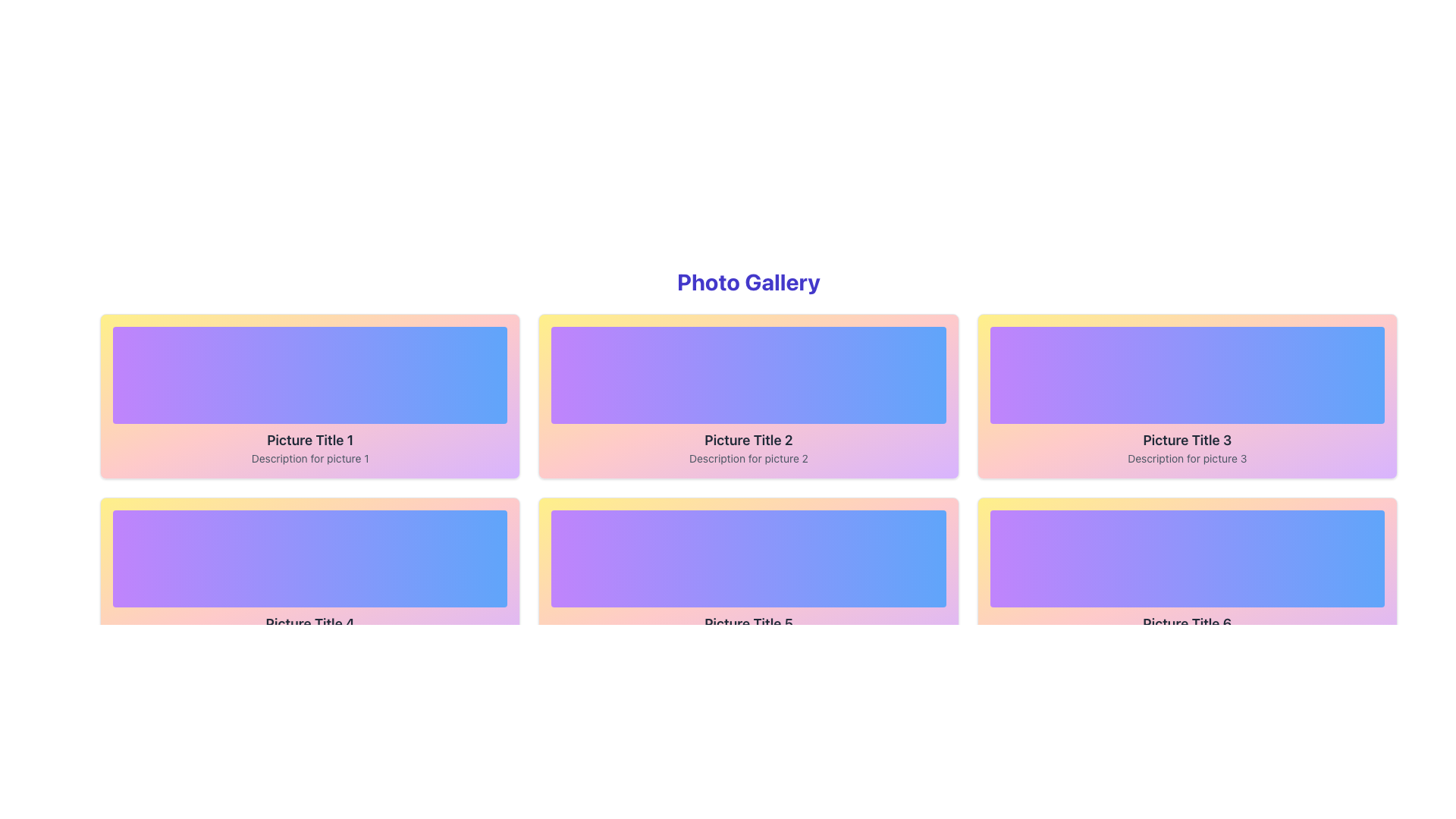  Describe the element at coordinates (1186, 396) in the screenshot. I see `the card displaying the title and description of the associated picture, located in the third position of the top row in the gallery grid layout` at that location.